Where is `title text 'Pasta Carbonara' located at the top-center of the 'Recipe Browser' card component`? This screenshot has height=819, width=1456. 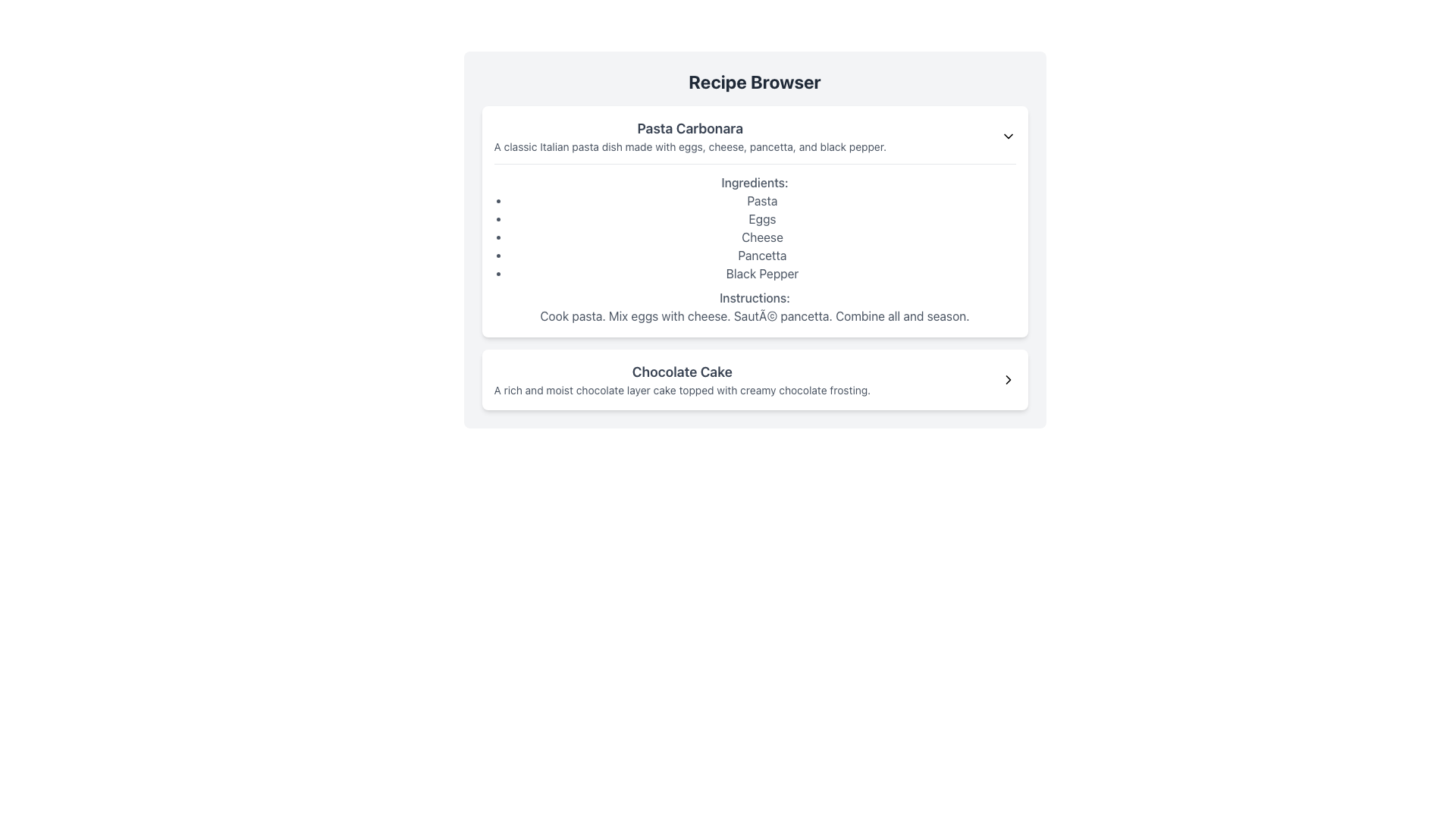
title text 'Pasta Carbonara' located at the top-center of the 'Recipe Browser' card component is located at coordinates (689, 127).